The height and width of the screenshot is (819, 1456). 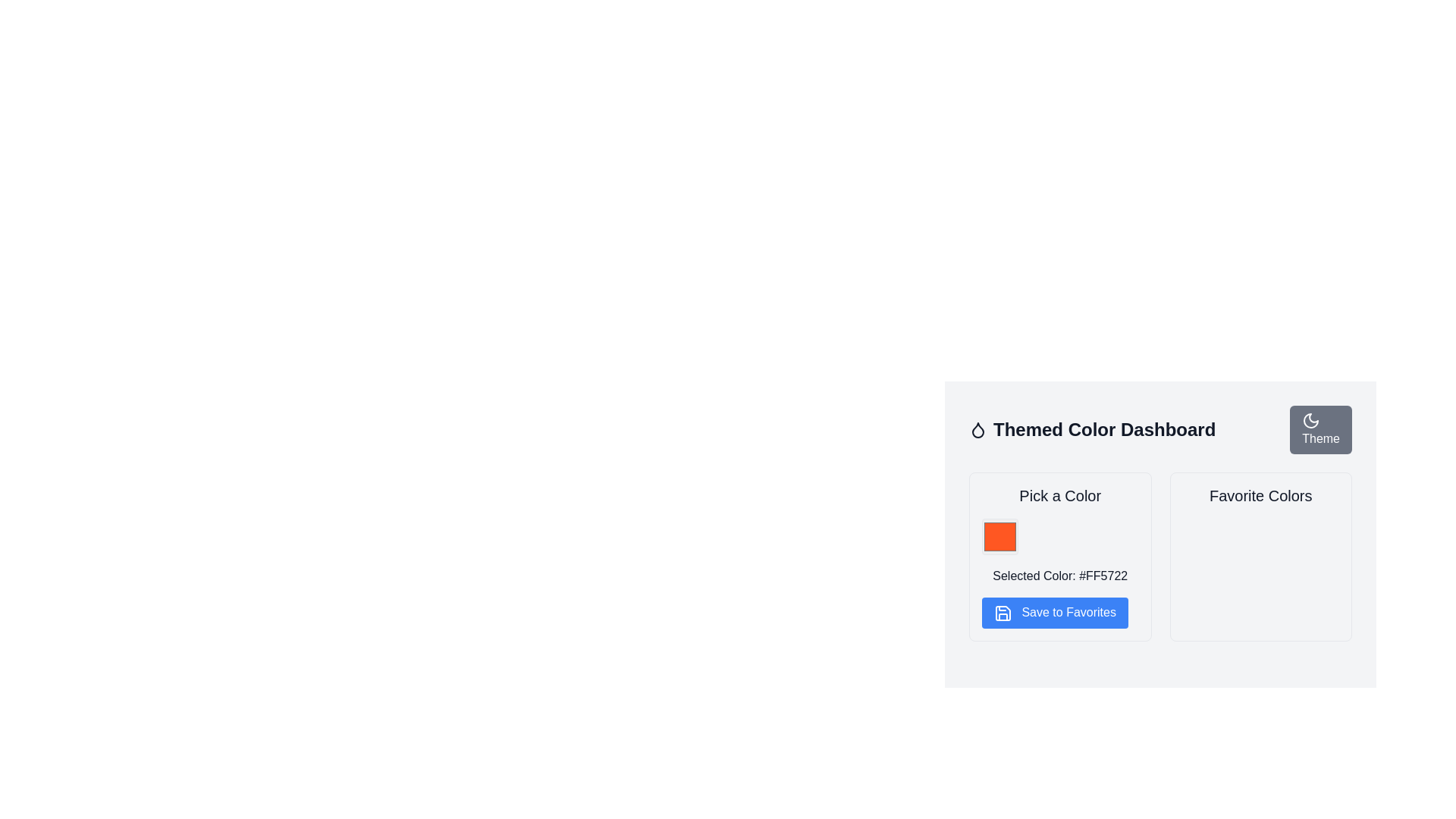 I want to click on the minimalist black droplet icon located to the left of the 'Themed Color Dashboard' title text in the top-left corner of the header area, so click(x=978, y=430).